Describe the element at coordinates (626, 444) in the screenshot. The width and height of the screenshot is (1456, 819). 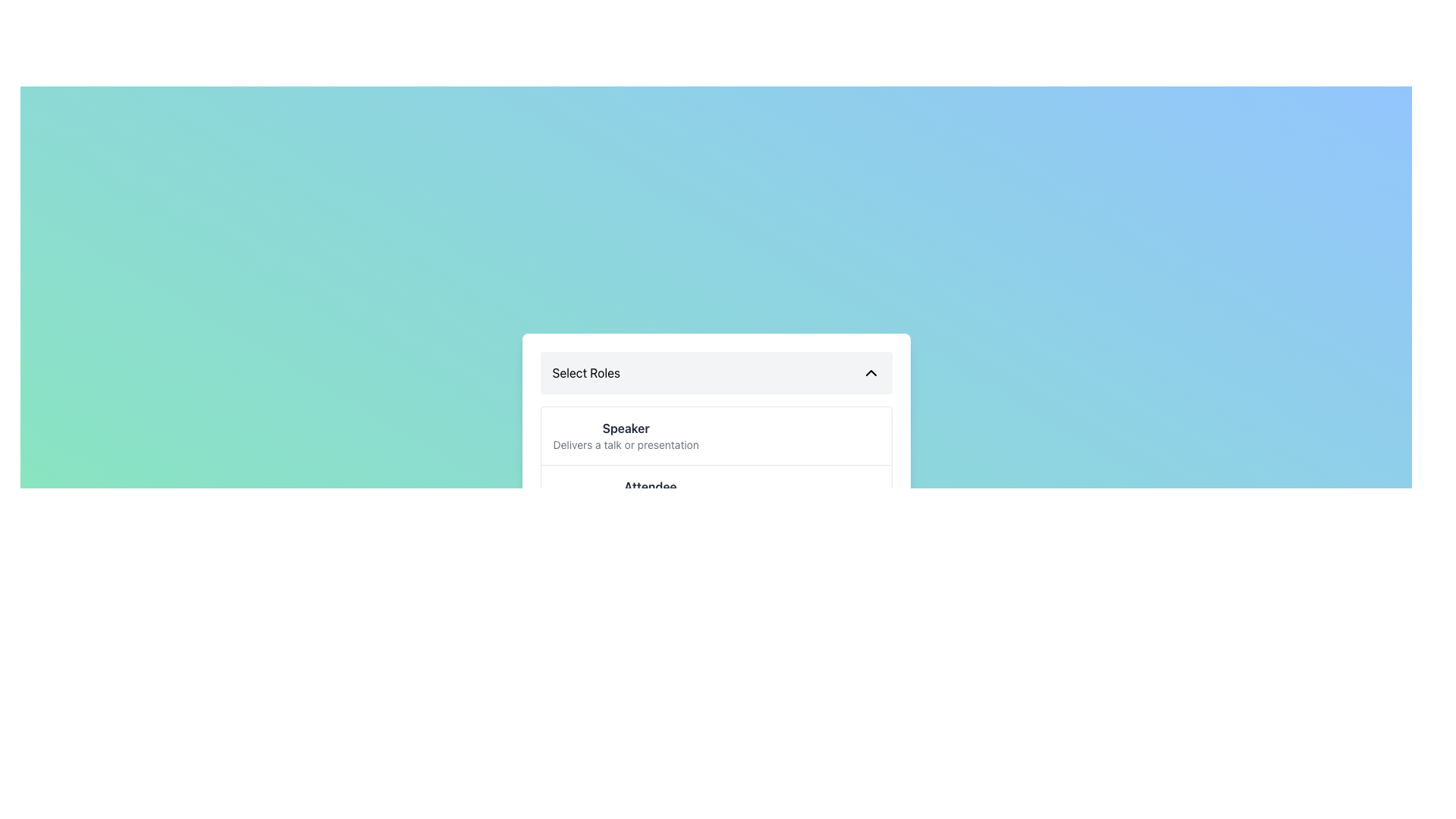
I see `the descriptive text that displays 'Delivers a talk or presentation', which is styled in a smaller gray font and located directly beneath the bolded label 'Speaker'` at that location.